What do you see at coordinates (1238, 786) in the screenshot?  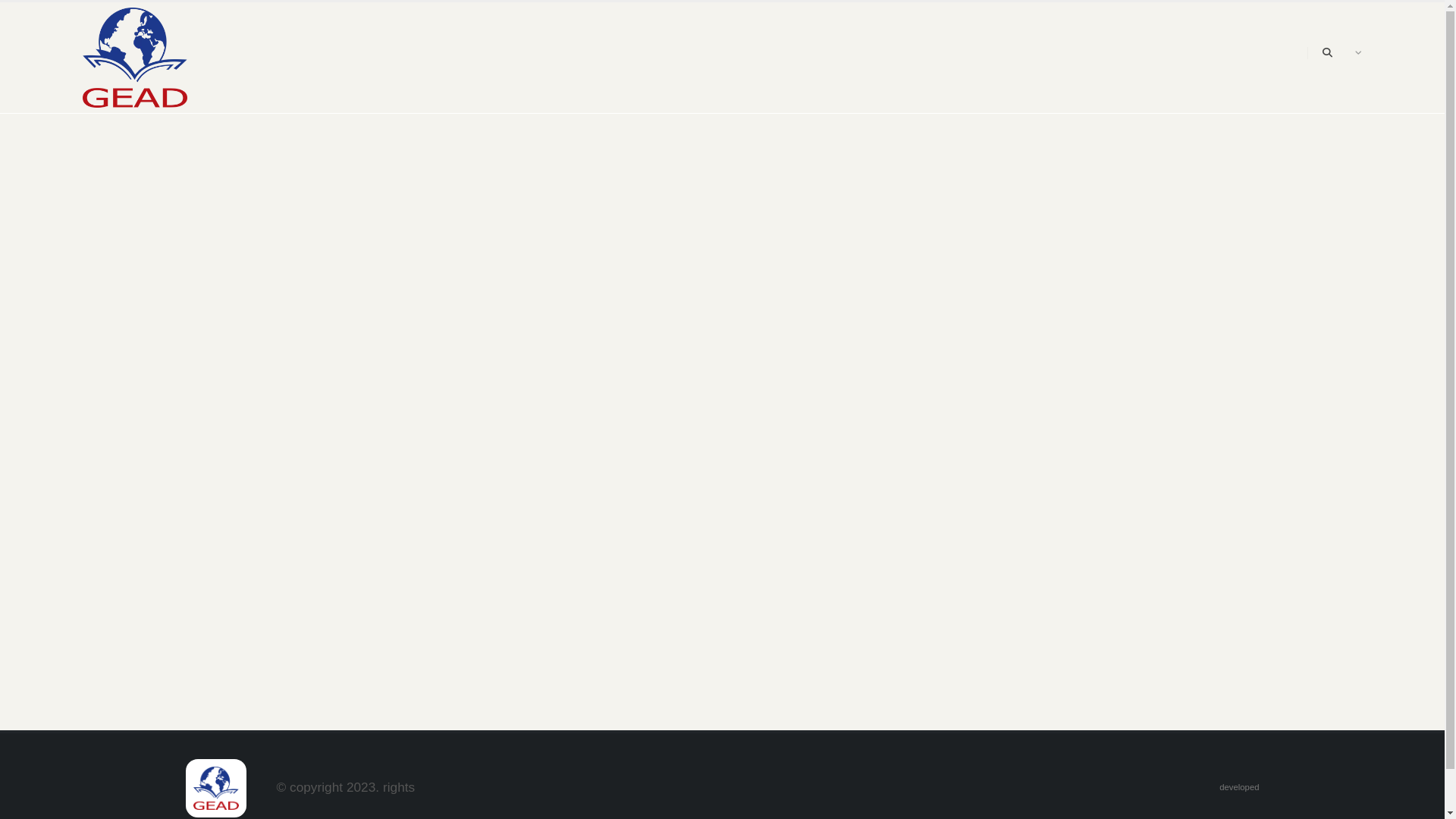 I see `'developed'` at bounding box center [1238, 786].